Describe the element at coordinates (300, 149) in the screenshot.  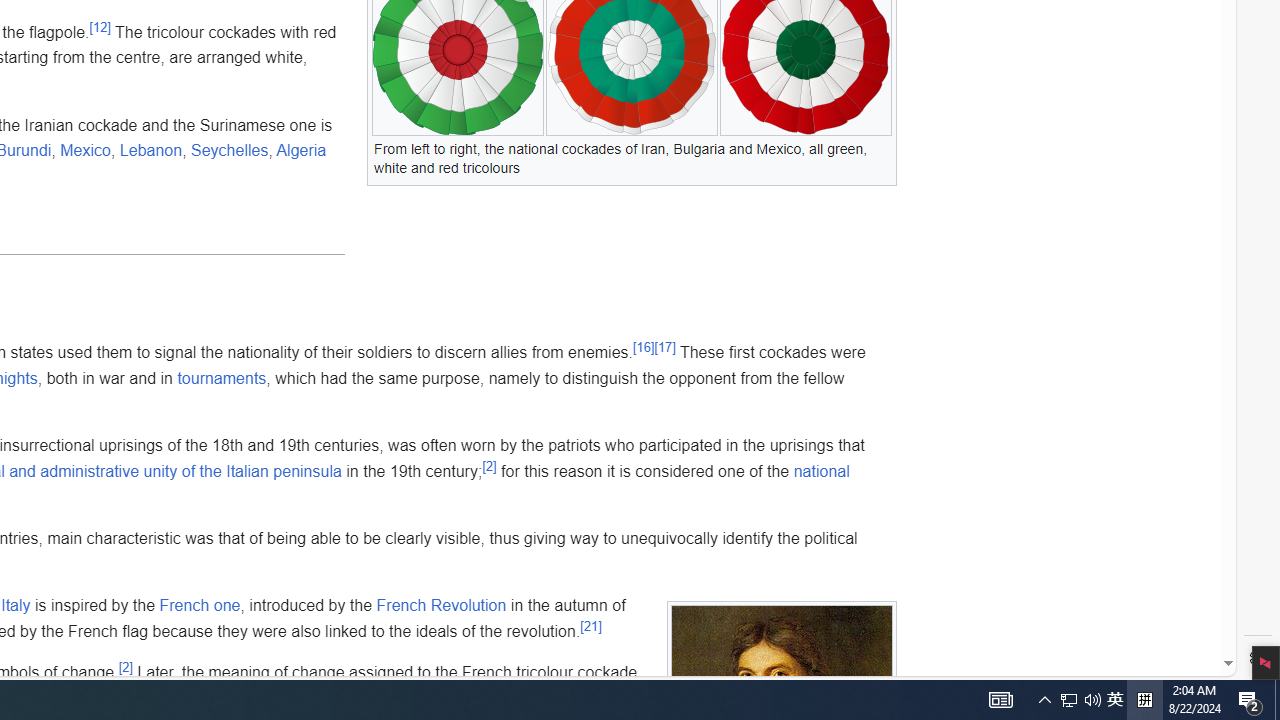
I see `'Algeria'` at that location.